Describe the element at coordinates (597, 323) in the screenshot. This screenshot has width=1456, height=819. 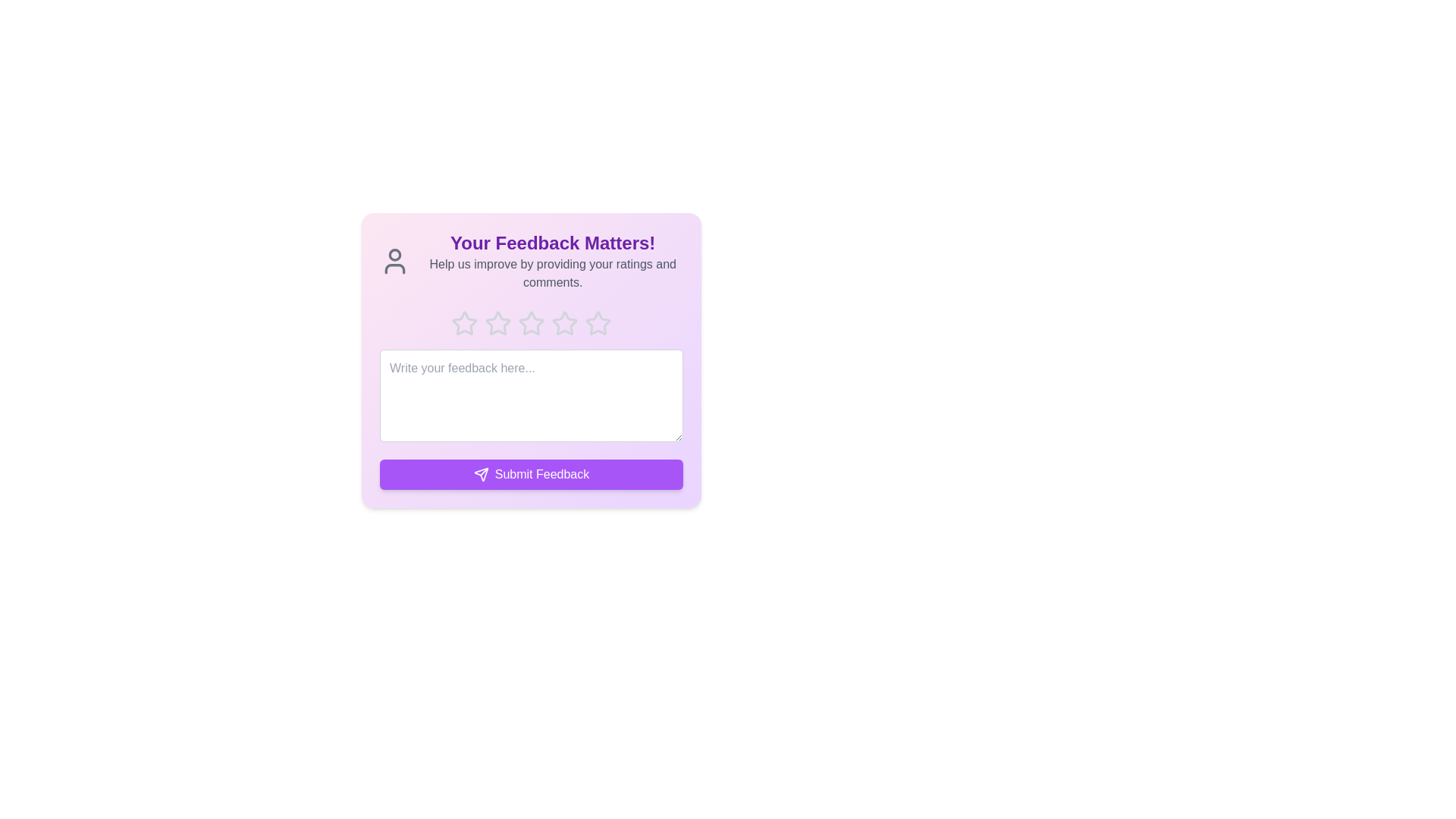
I see `the star corresponding to 5 to preview the rating` at that location.